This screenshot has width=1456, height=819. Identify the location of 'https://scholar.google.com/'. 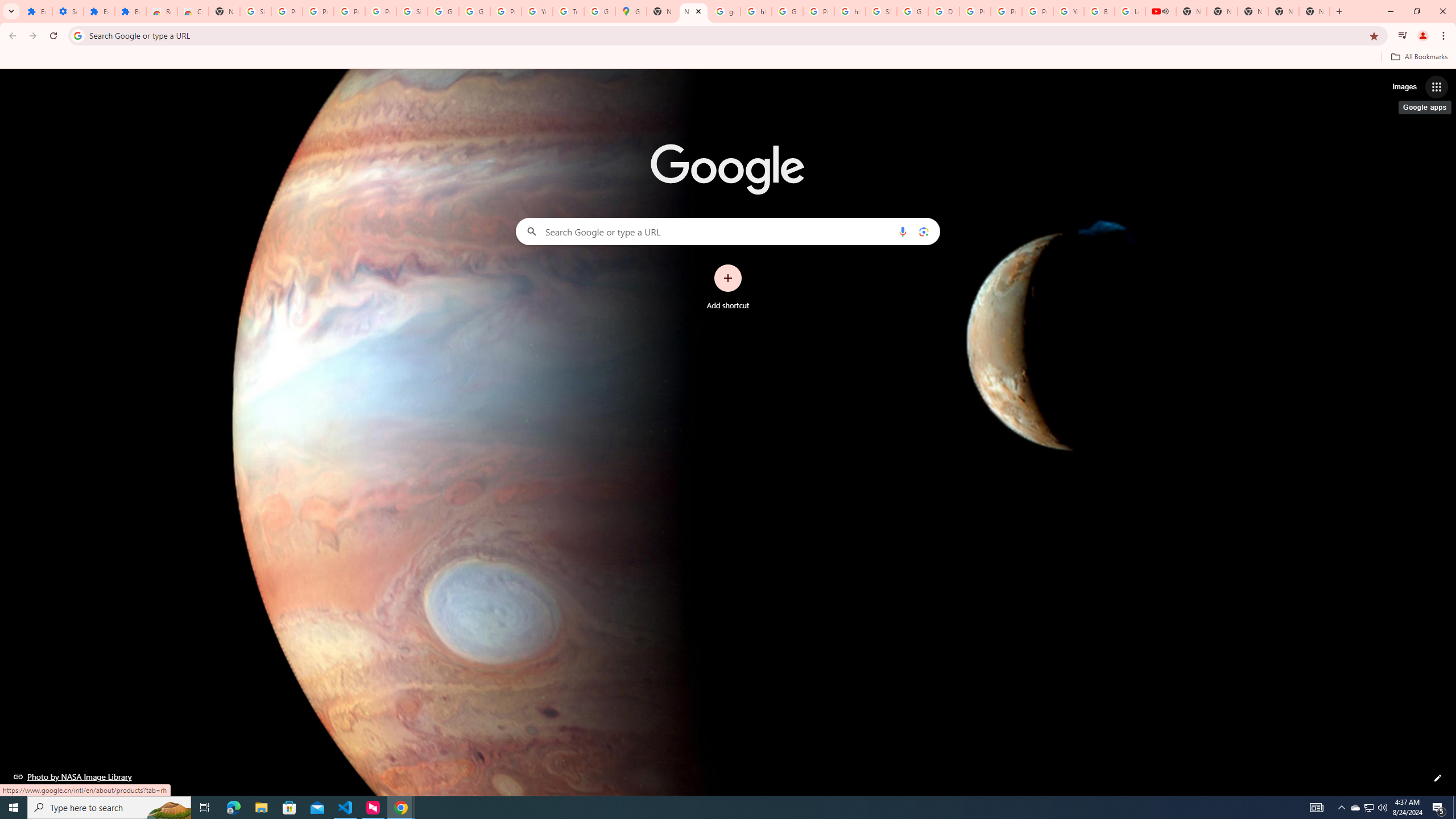
(755, 11).